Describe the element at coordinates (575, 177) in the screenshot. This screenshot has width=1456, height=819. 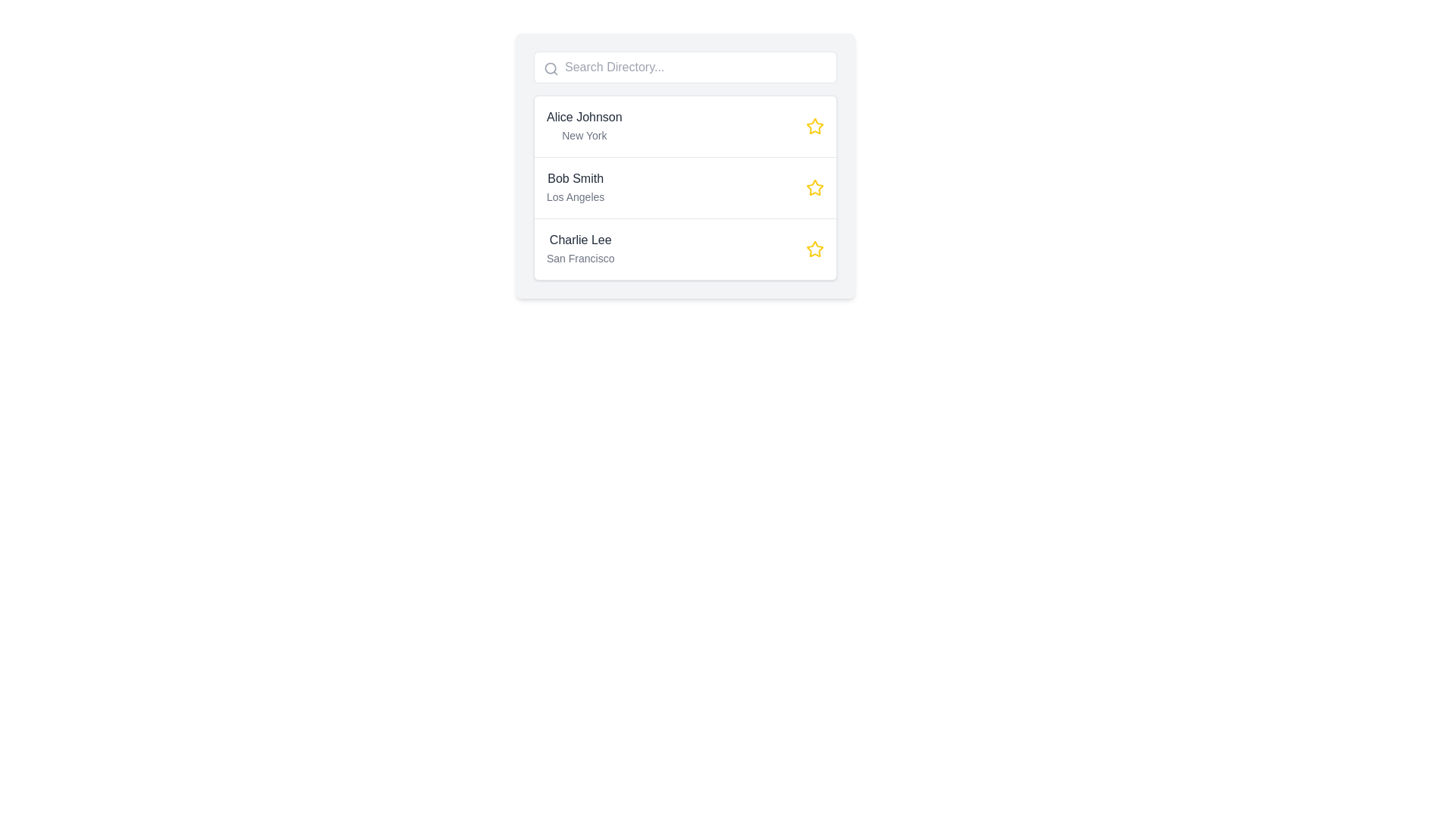
I see `text displayed as 'Bob Smith' in a medium, bold font, positioned above 'Los Angeles' in the list` at that location.